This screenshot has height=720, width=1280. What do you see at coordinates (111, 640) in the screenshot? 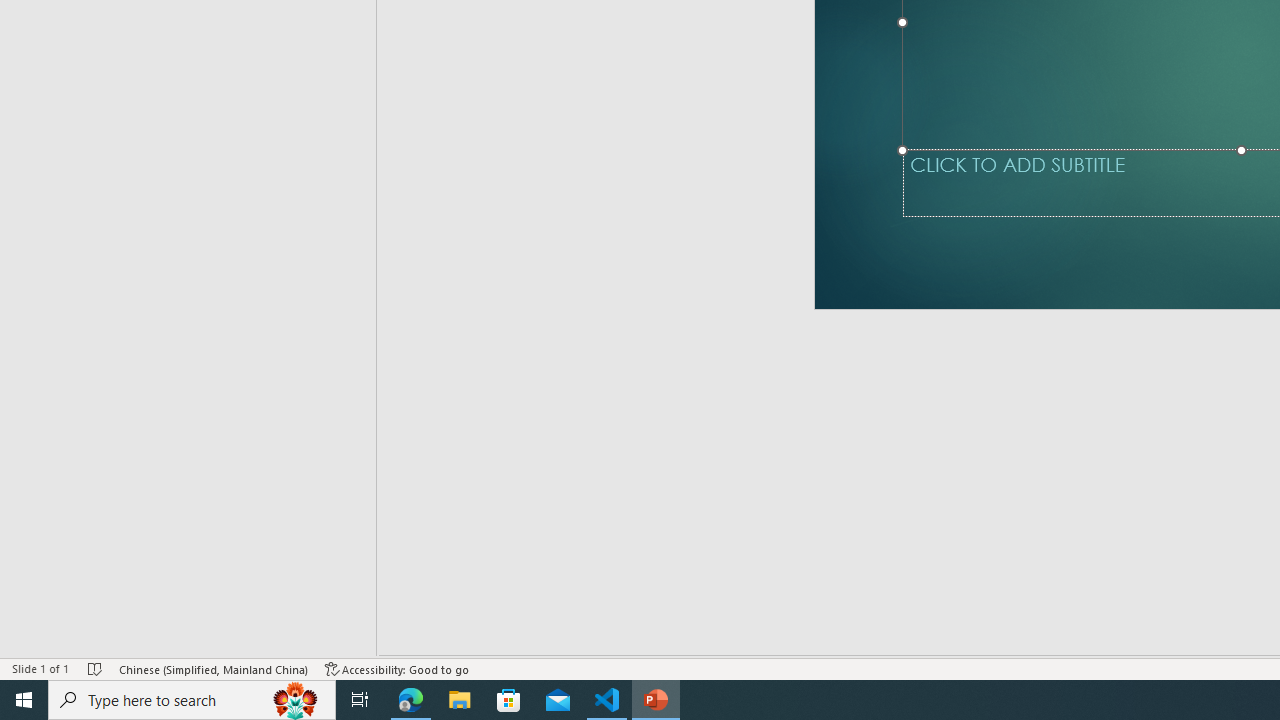
I see `'Spelling and Grammar Check No Errors'` at bounding box center [111, 640].